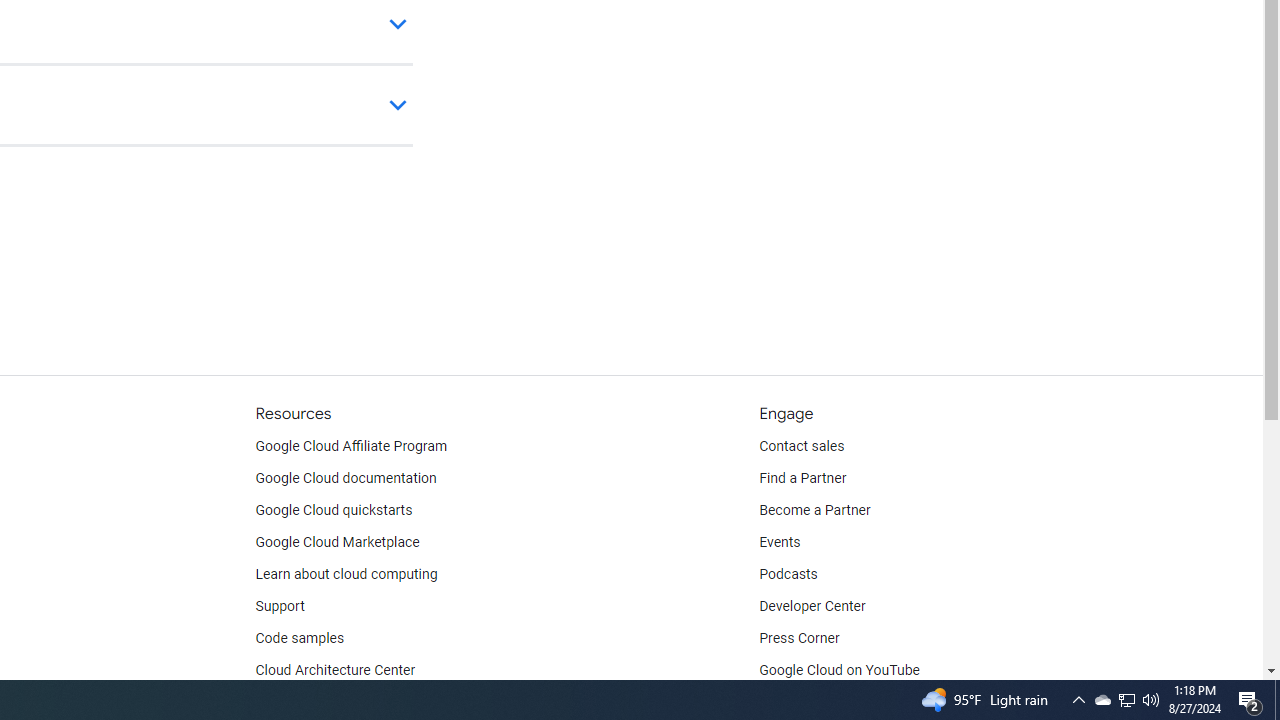 The image size is (1280, 720). Describe the element at coordinates (334, 510) in the screenshot. I see `'Google Cloud quickstarts'` at that location.